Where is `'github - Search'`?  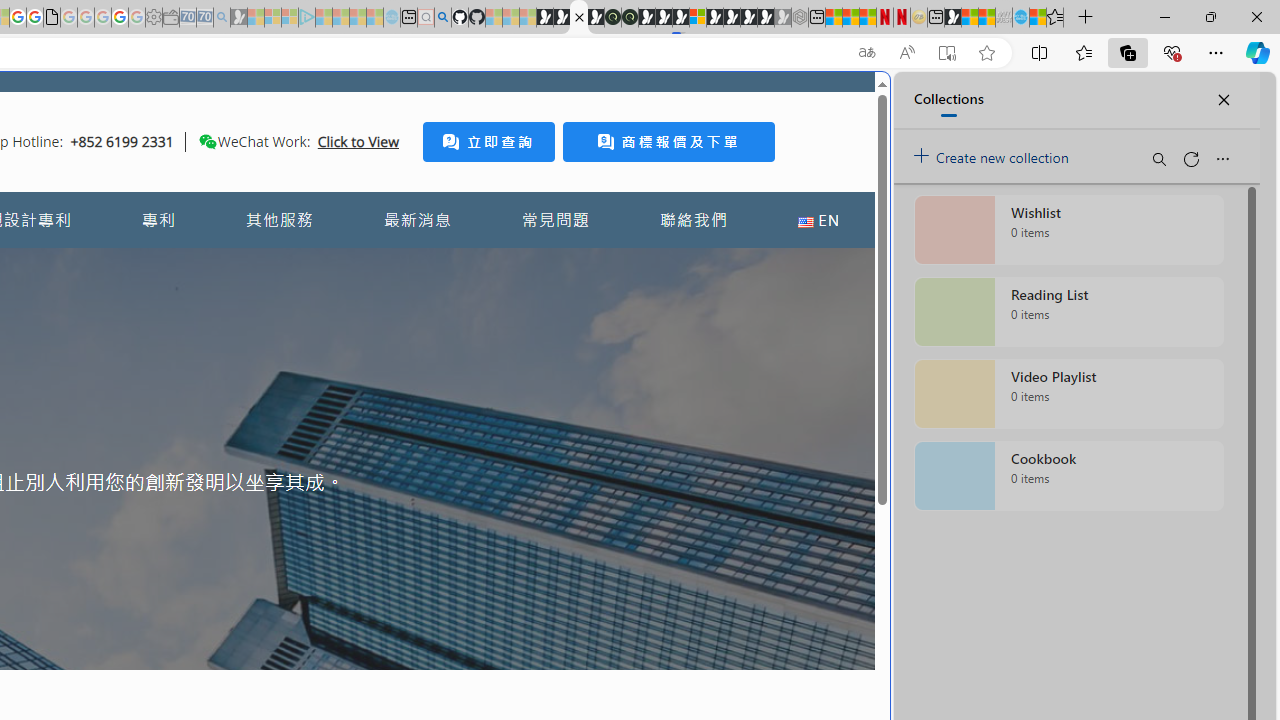
'github - Search' is located at coordinates (441, 17).